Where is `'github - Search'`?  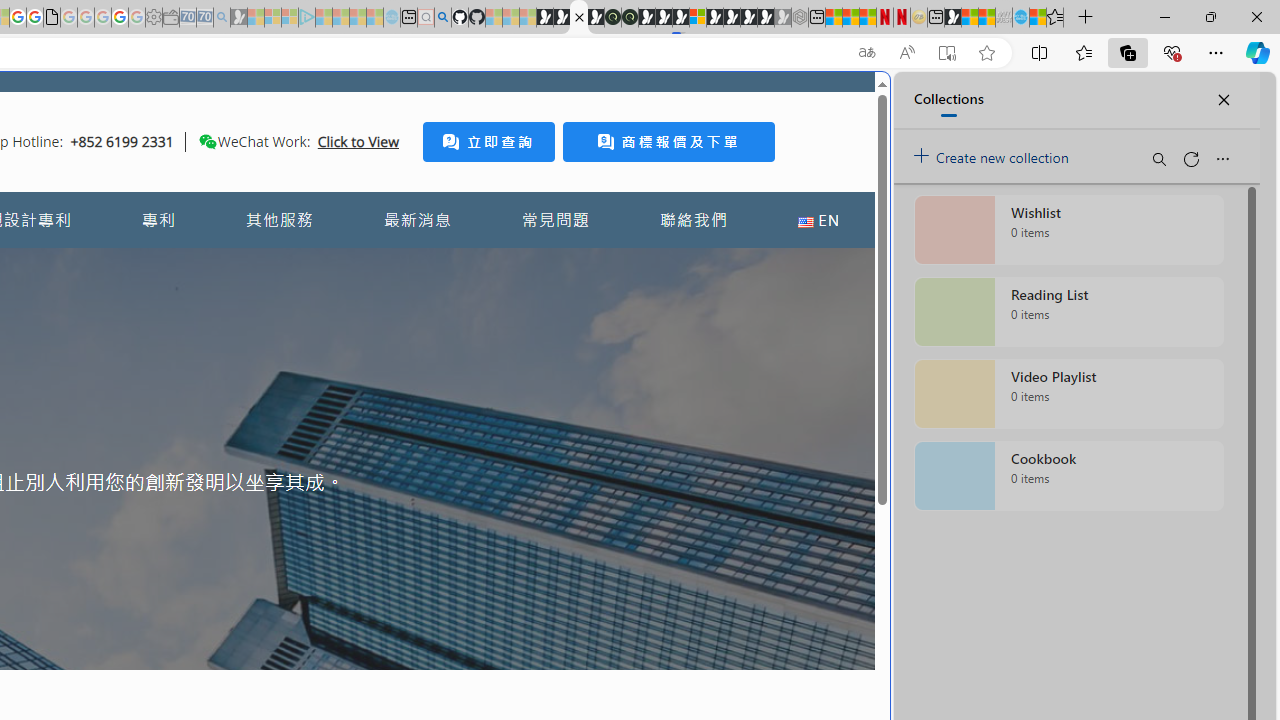
'github - Search' is located at coordinates (441, 17).